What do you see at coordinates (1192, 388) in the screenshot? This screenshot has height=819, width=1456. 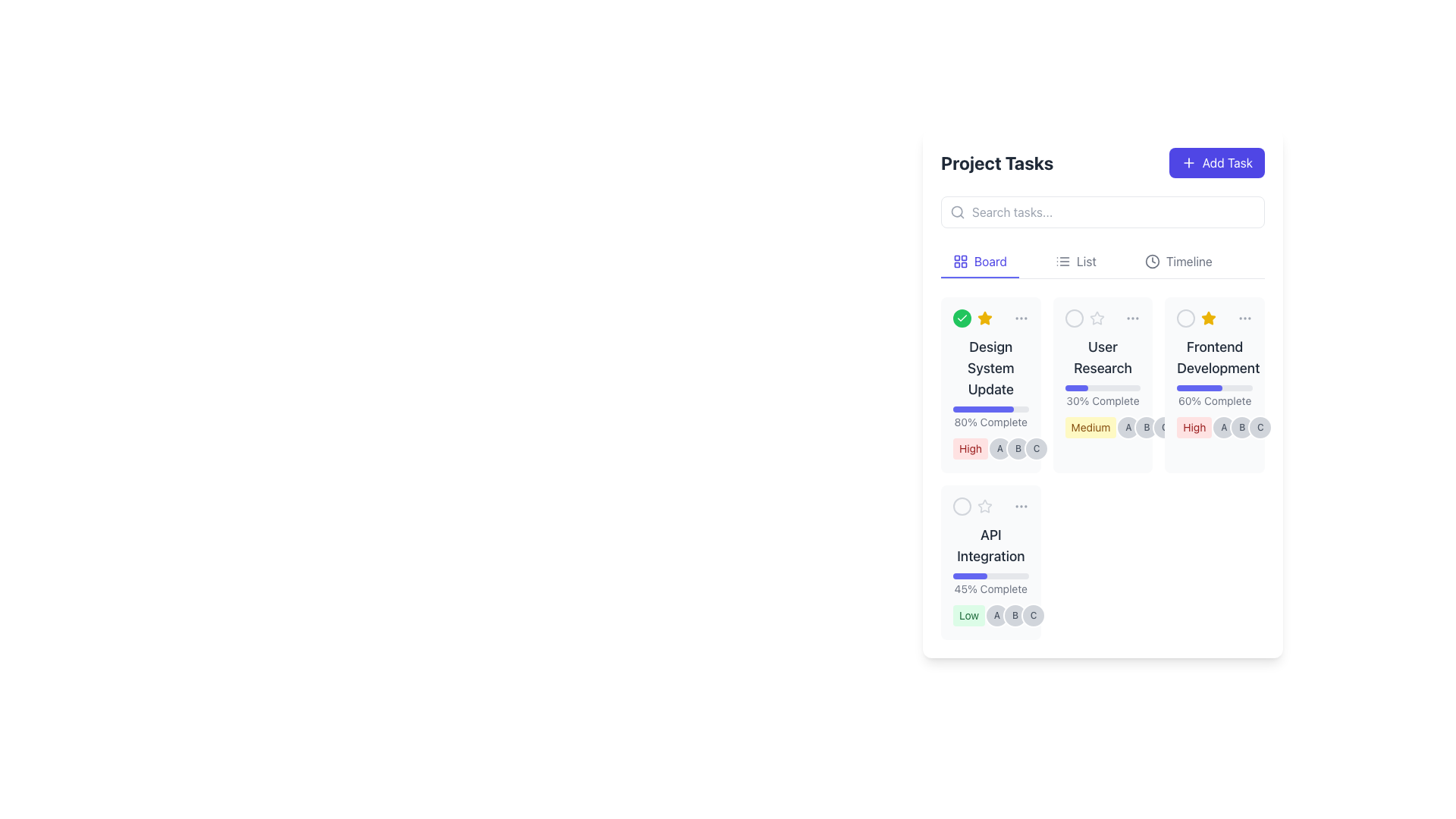 I see `the progress` at bounding box center [1192, 388].